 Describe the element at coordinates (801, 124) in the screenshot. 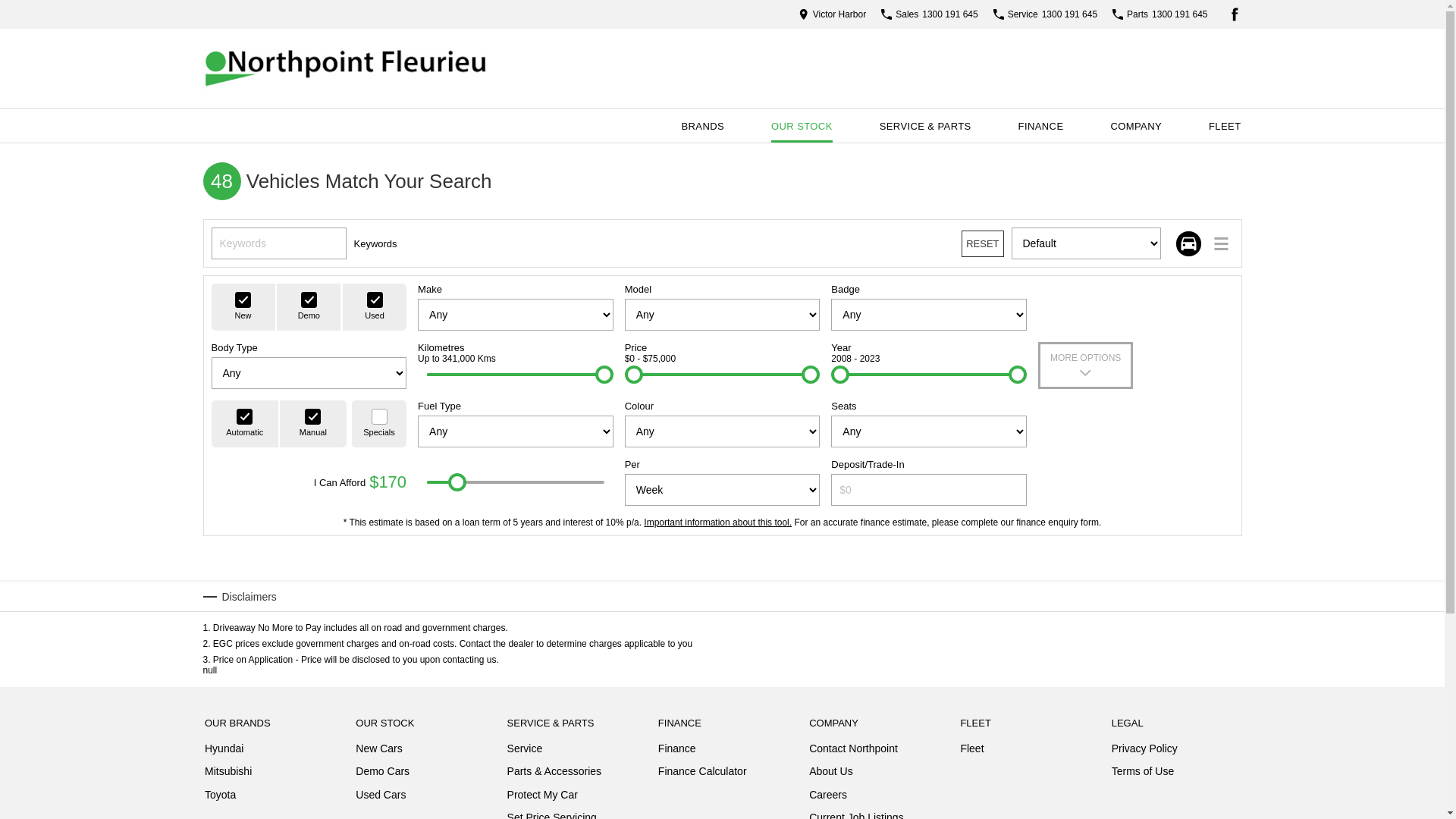

I see `'OUR STOCK'` at that location.